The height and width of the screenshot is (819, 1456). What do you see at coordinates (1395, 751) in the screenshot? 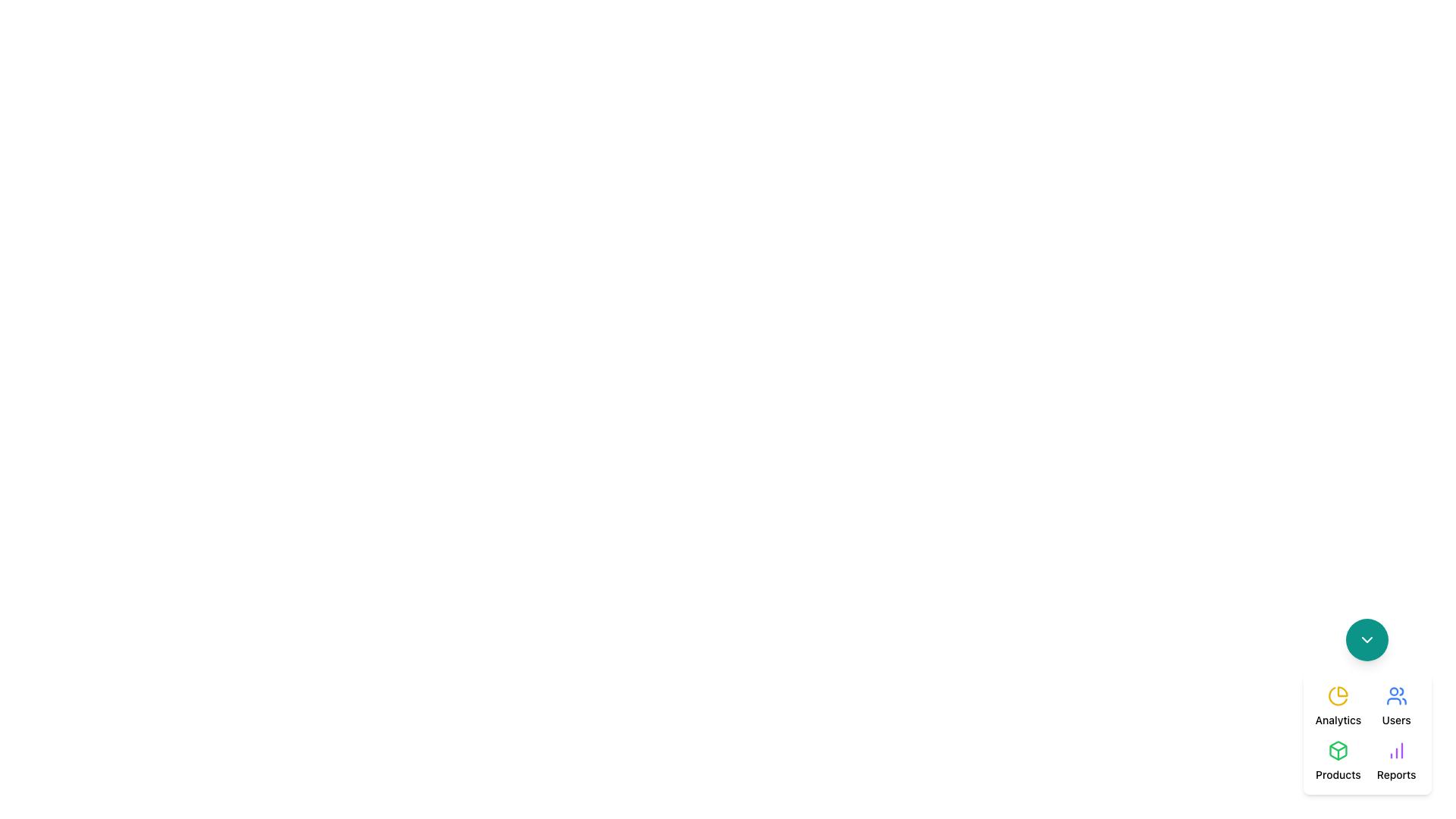
I see `the purple bar chart icon in the Reports section located in the bottom right corner, positioned above the text label 'Reports'` at bounding box center [1395, 751].